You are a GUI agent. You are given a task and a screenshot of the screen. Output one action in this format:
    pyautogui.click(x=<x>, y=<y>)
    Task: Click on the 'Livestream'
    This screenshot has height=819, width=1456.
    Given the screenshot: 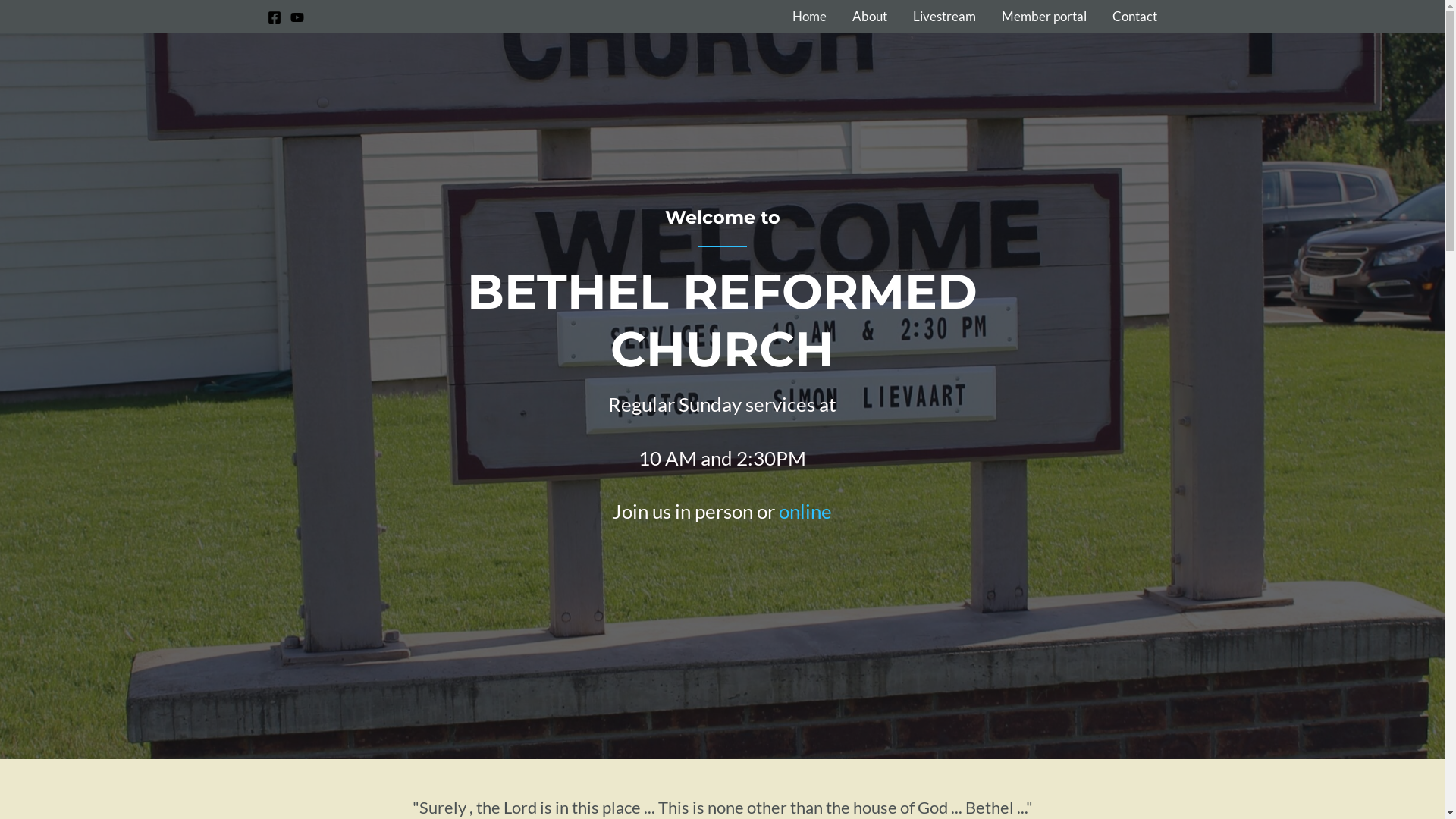 What is the action you would take?
    pyautogui.click(x=943, y=16)
    